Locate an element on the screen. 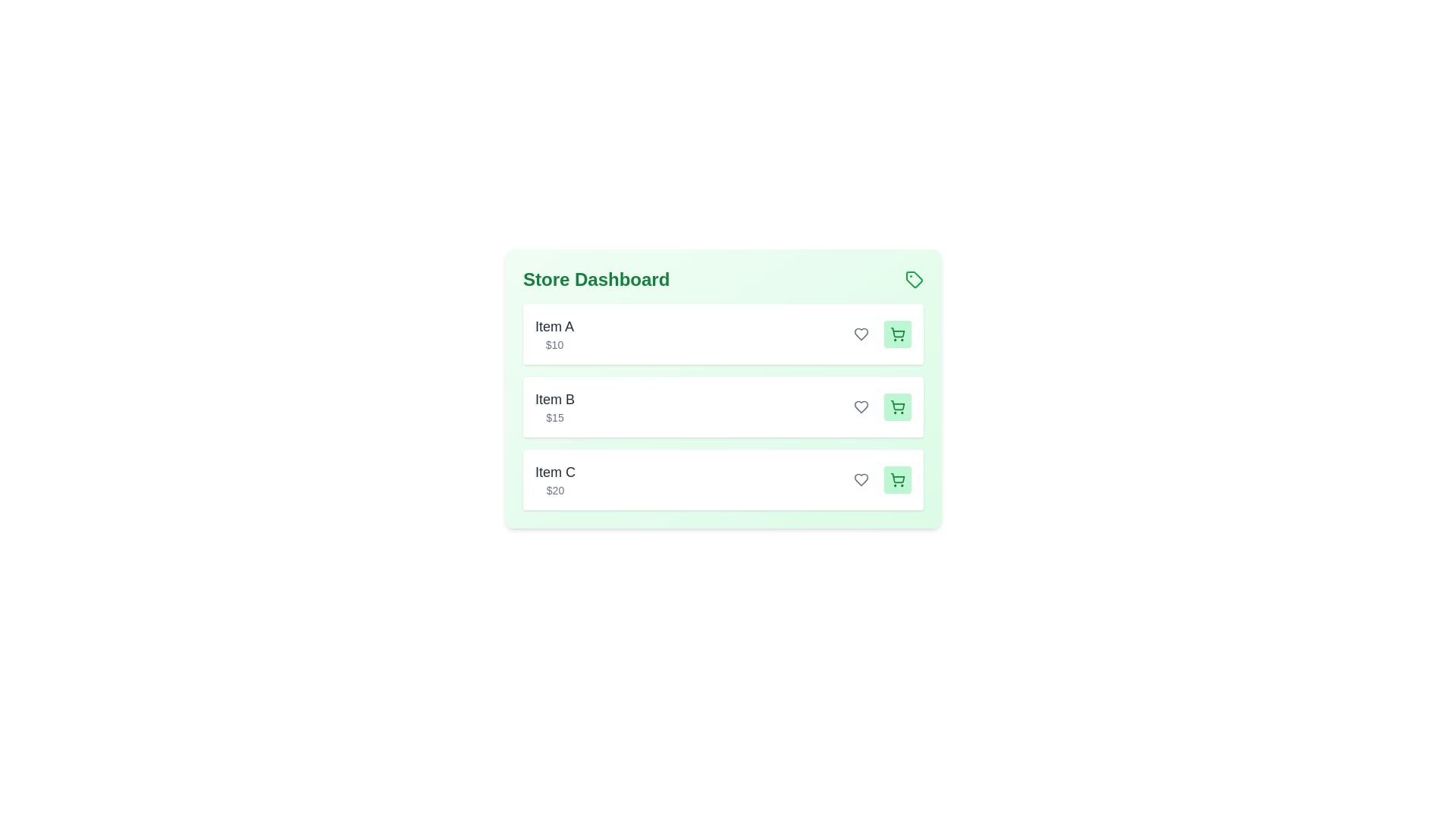 The width and height of the screenshot is (1456, 819). the heart icon button, which is a circular button with a gray heart icon, located to the left of the green shopping cart icon in the Store Dashboard for 'Item C' is located at coordinates (861, 479).